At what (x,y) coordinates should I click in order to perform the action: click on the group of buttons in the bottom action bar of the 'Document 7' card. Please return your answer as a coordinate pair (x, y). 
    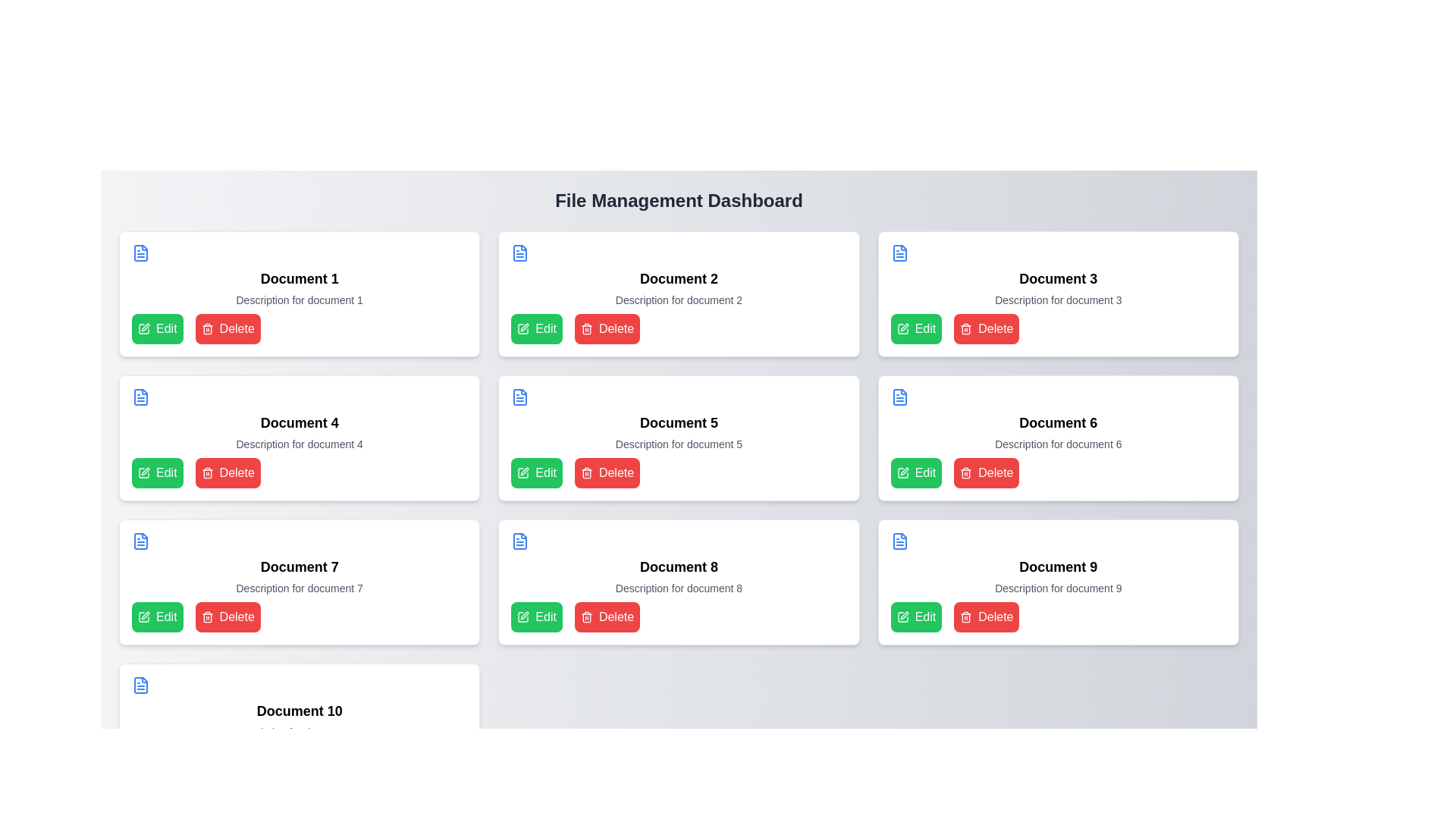
    Looking at the image, I should click on (300, 617).